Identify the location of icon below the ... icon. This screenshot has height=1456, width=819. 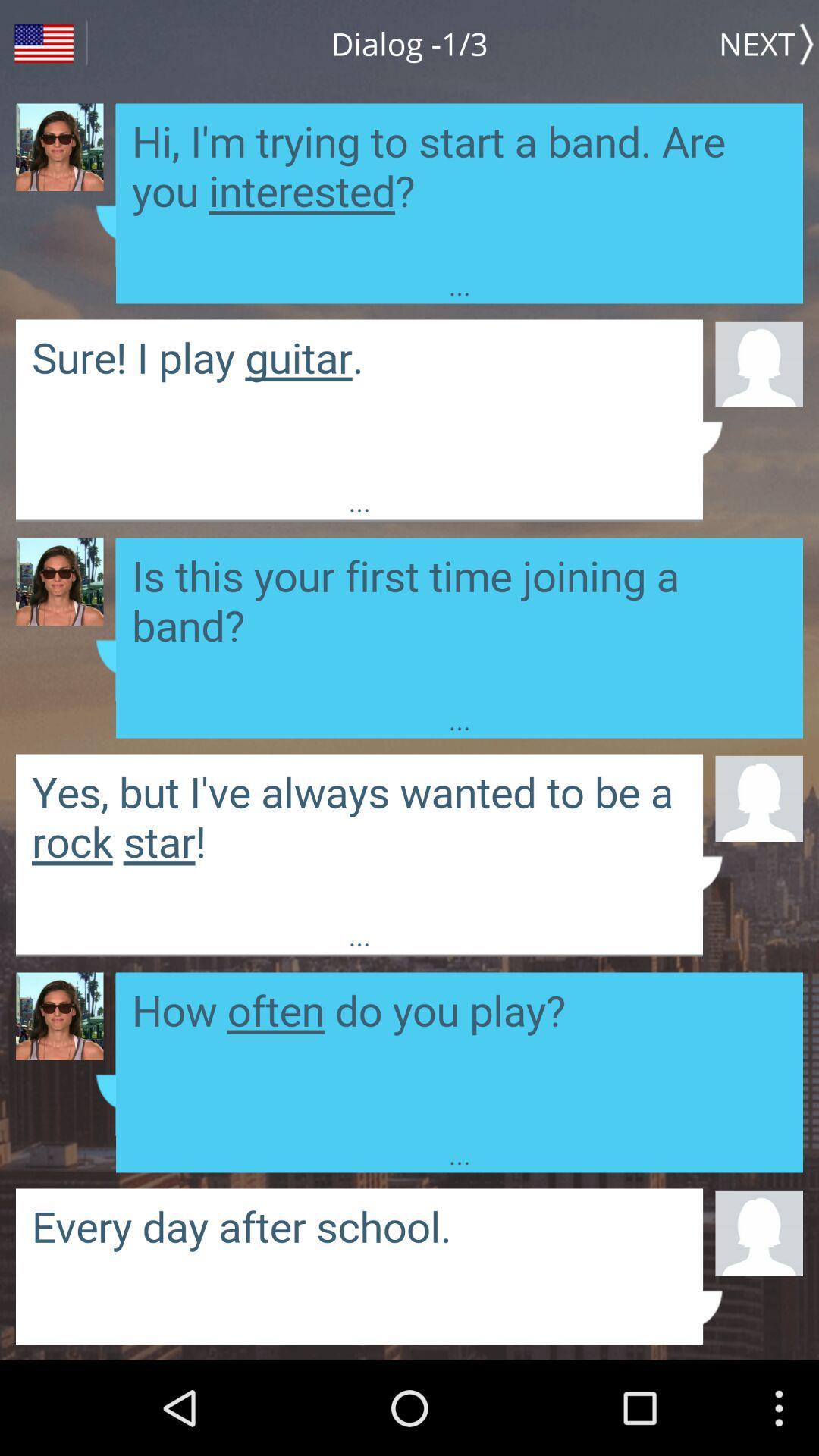
(759, 1232).